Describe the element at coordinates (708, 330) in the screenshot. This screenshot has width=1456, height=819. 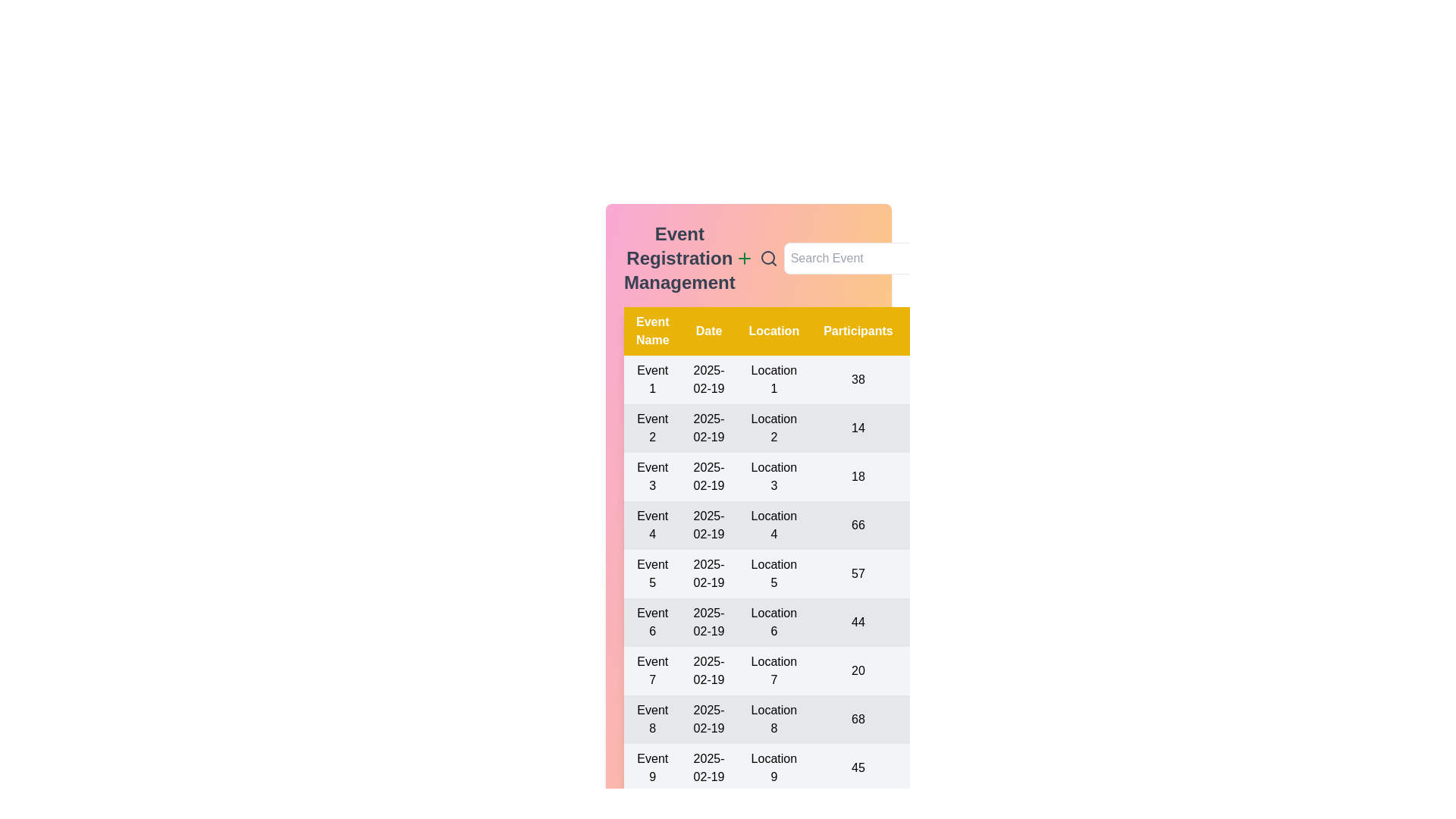
I see `the header of the column 'Date' to sort the table by that column` at that location.